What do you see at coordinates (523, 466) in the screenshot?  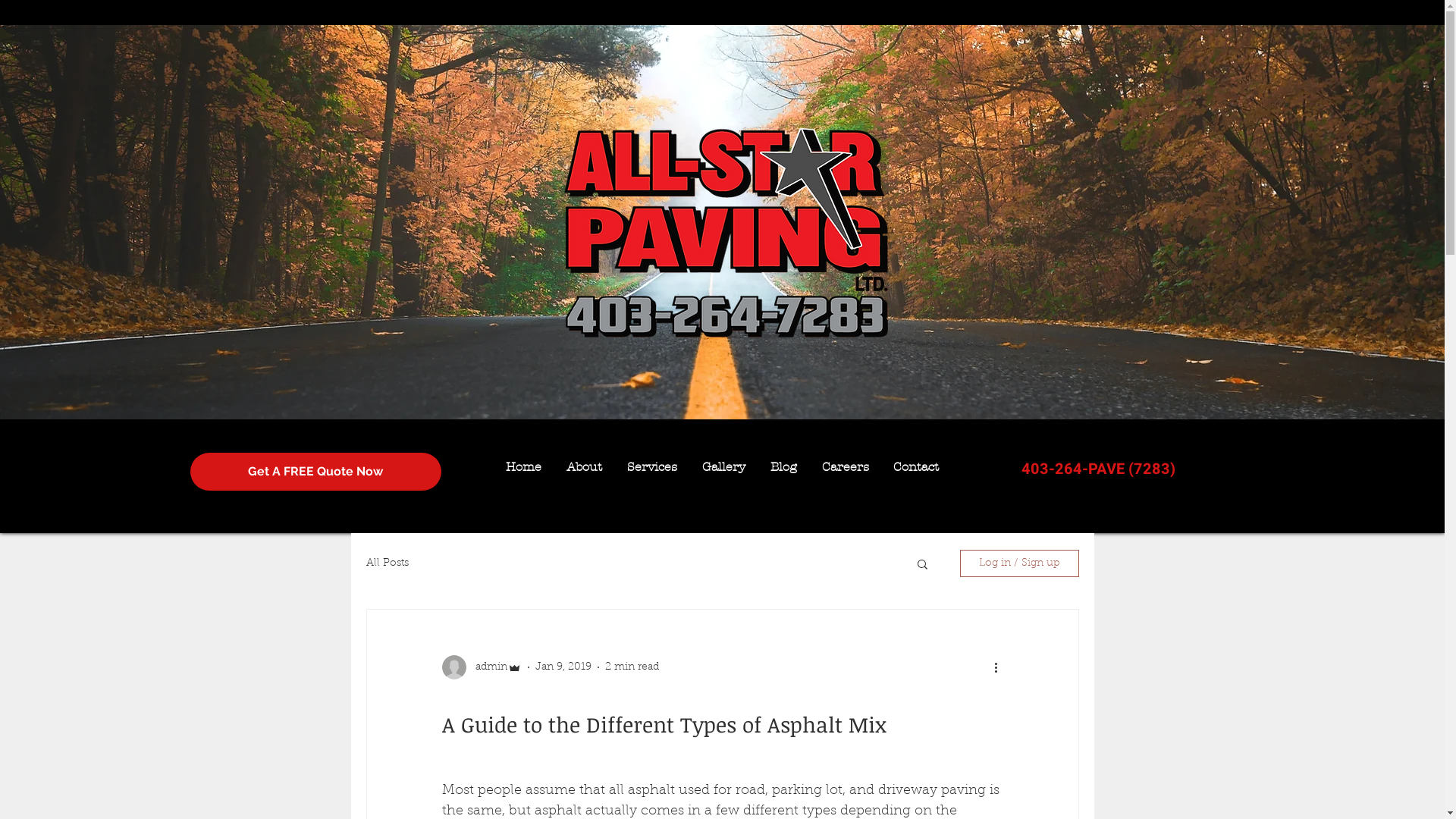 I see `'Home'` at bounding box center [523, 466].